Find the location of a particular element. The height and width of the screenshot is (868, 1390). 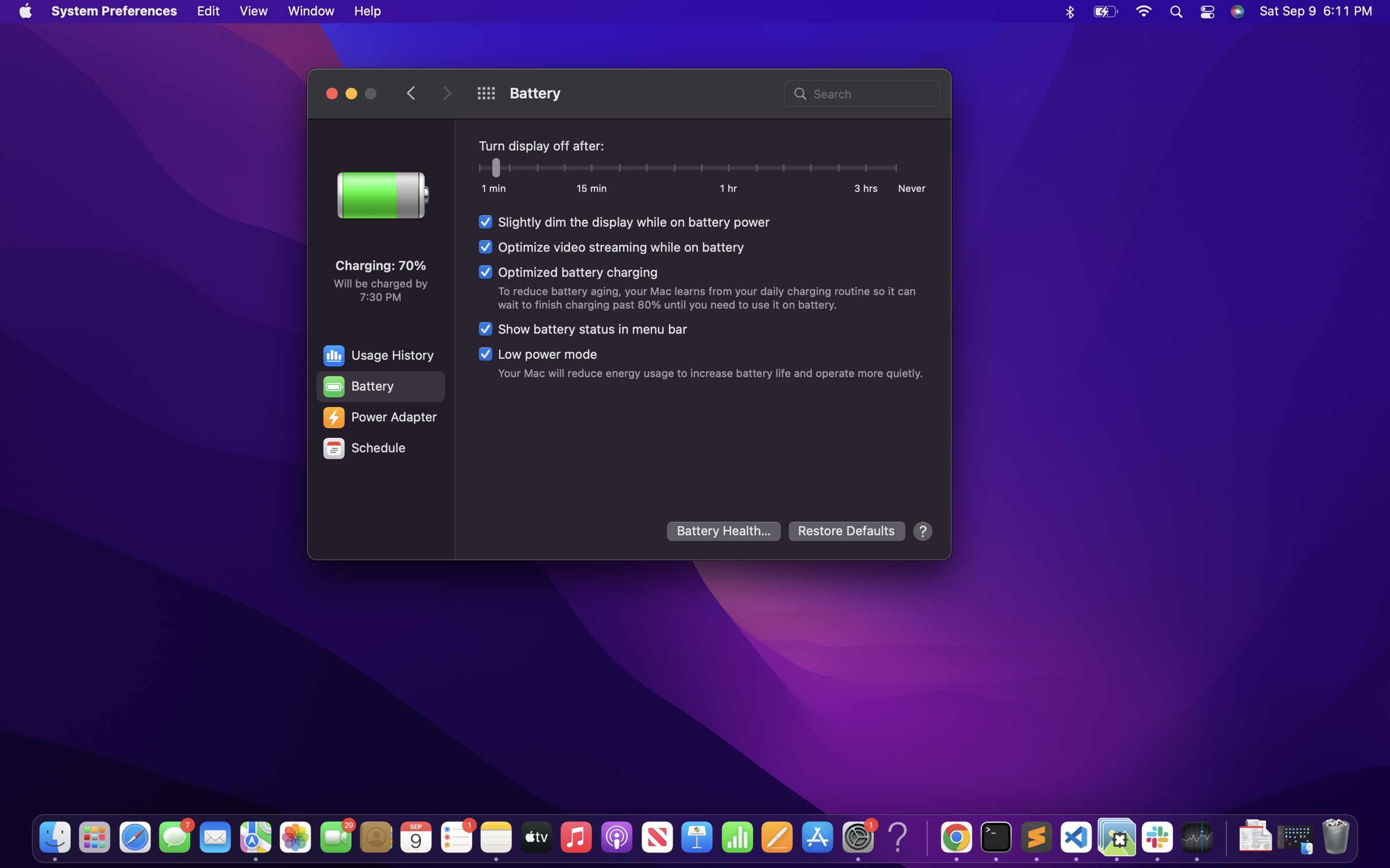

the schedule settings is located at coordinates (379, 448).